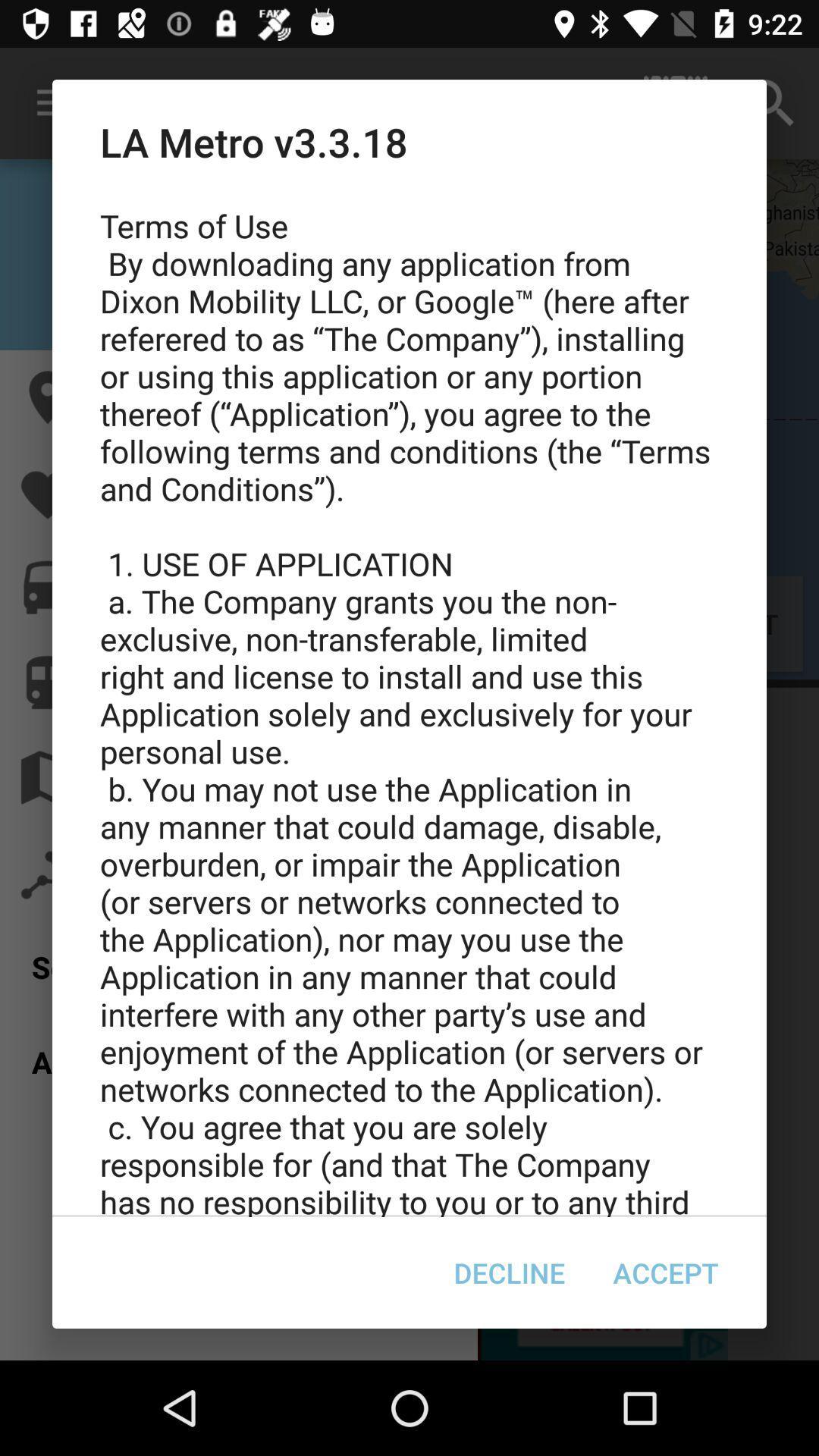  Describe the element at coordinates (509, 1272) in the screenshot. I see `item next to accept` at that location.